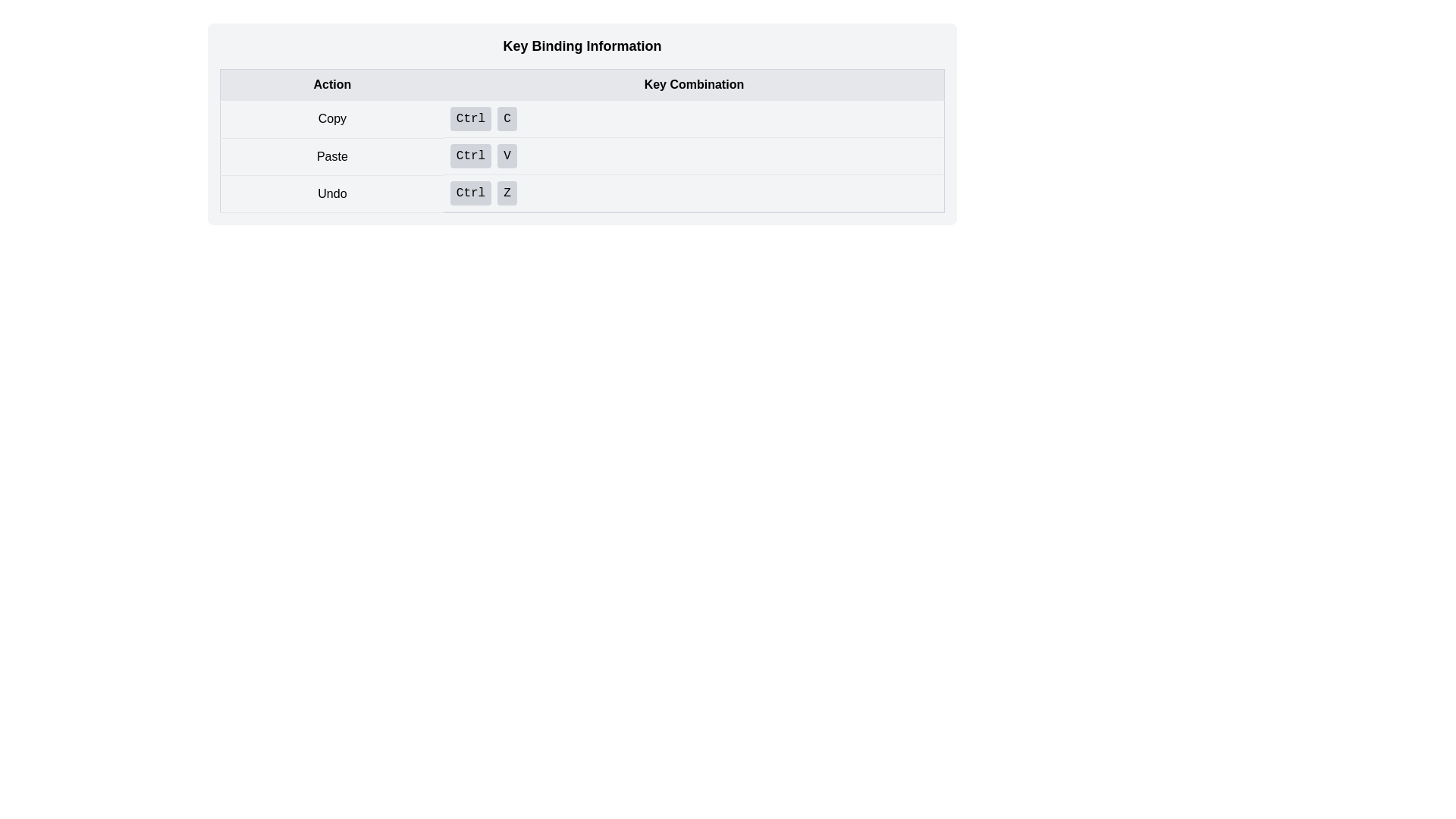 The image size is (1456, 819). Describe the element at coordinates (693, 84) in the screenshot. I see `the 'Key Combination' header label, which is the second header in the top-right corner of the table, adjacent to the 'Action' header` at that location.